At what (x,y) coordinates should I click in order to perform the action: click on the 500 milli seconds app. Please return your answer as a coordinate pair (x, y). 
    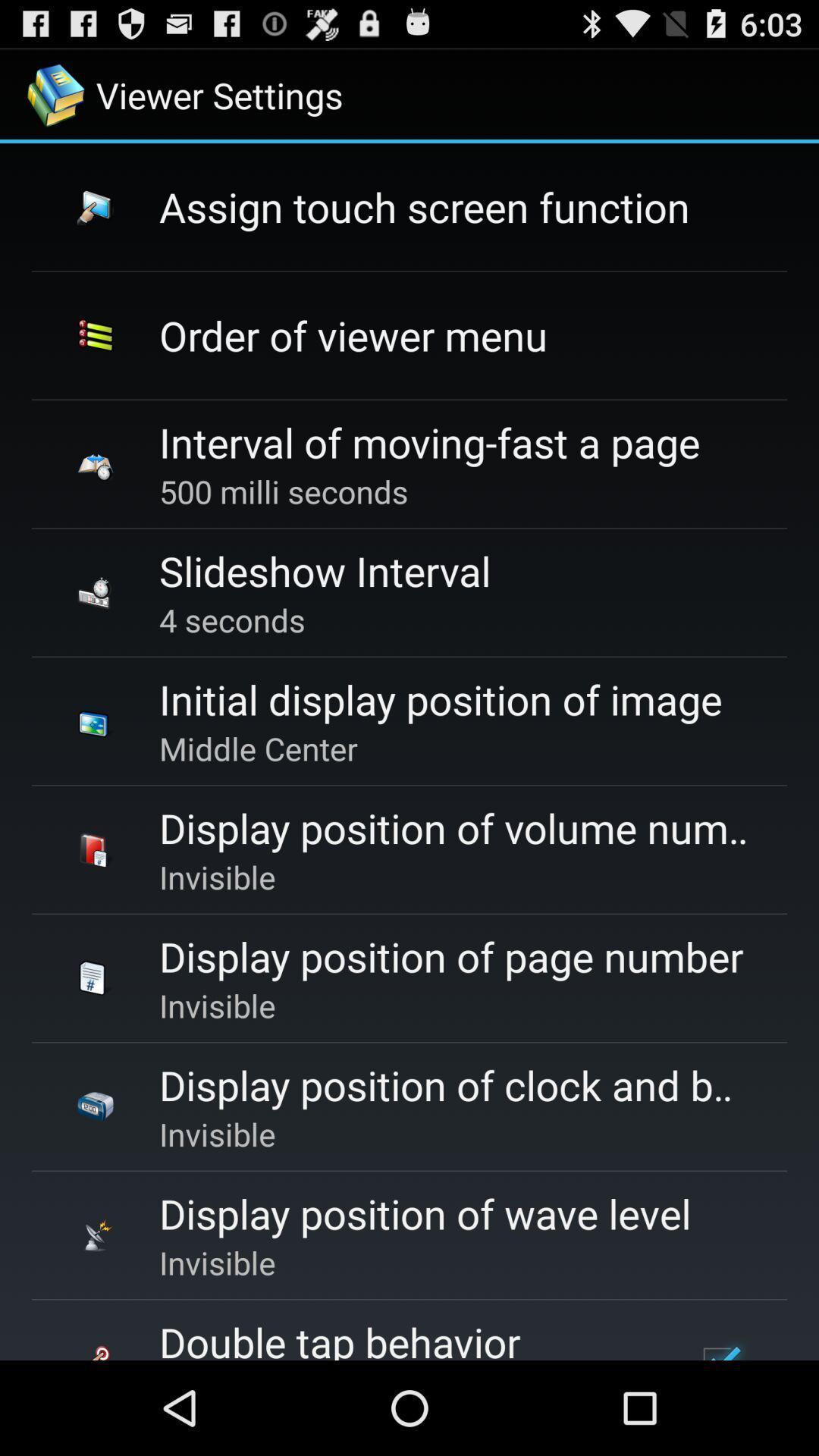
    Looking at the image, I should click on (284, 491).